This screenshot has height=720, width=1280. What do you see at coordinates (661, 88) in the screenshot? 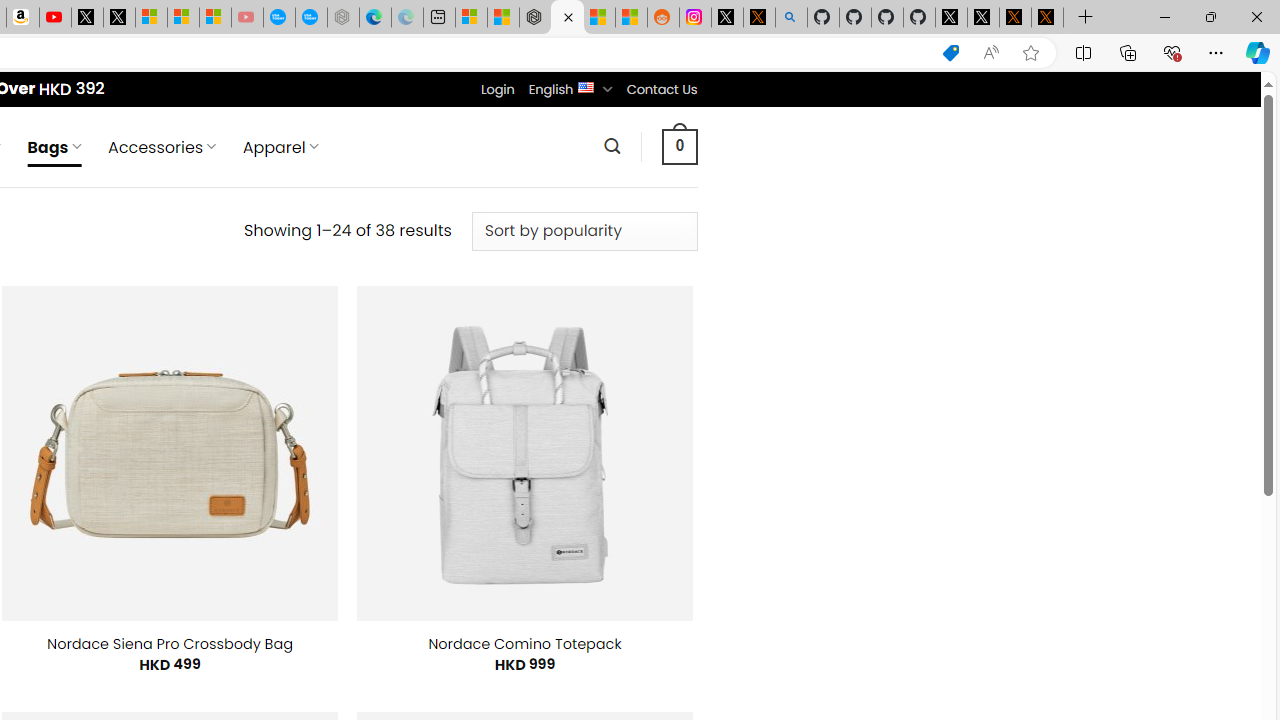
I see `'Contact Us'` at bounding box center [661, 88].